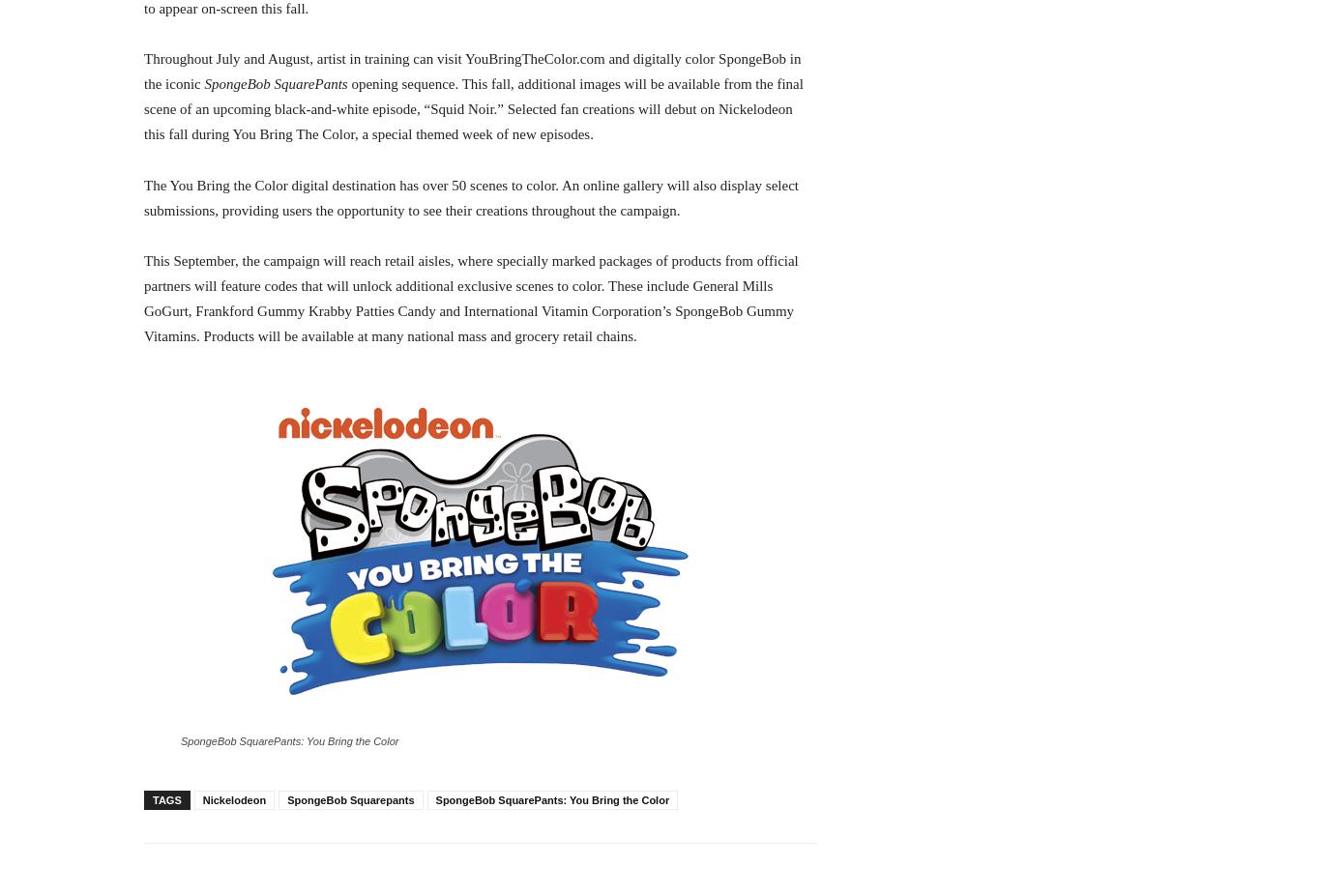  Describe the element at coordinates (473, 108) in the screenshot. I see `'opening sequence. This fall, additional images will be available from the final scene of an upcoming black-and-white episode, “Squid Noir.” Selected fan creations will debut on Nickelodeon this fall during You Bring The Color, a special themed week of new episodes.'` at that location.